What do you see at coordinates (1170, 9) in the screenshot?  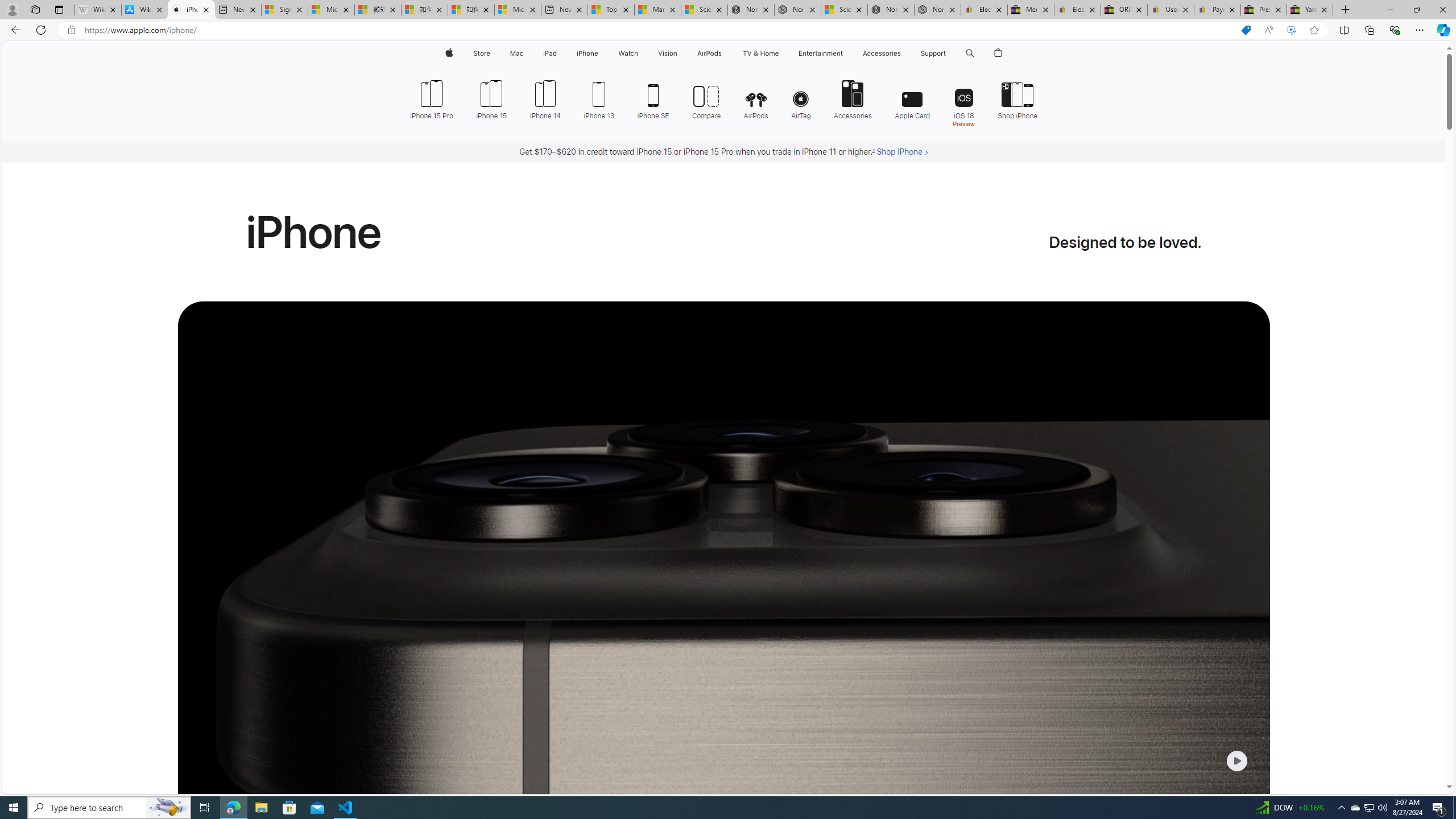 I see `'User Privacy Notice | eBay'` at bounding box center [1170, 9].